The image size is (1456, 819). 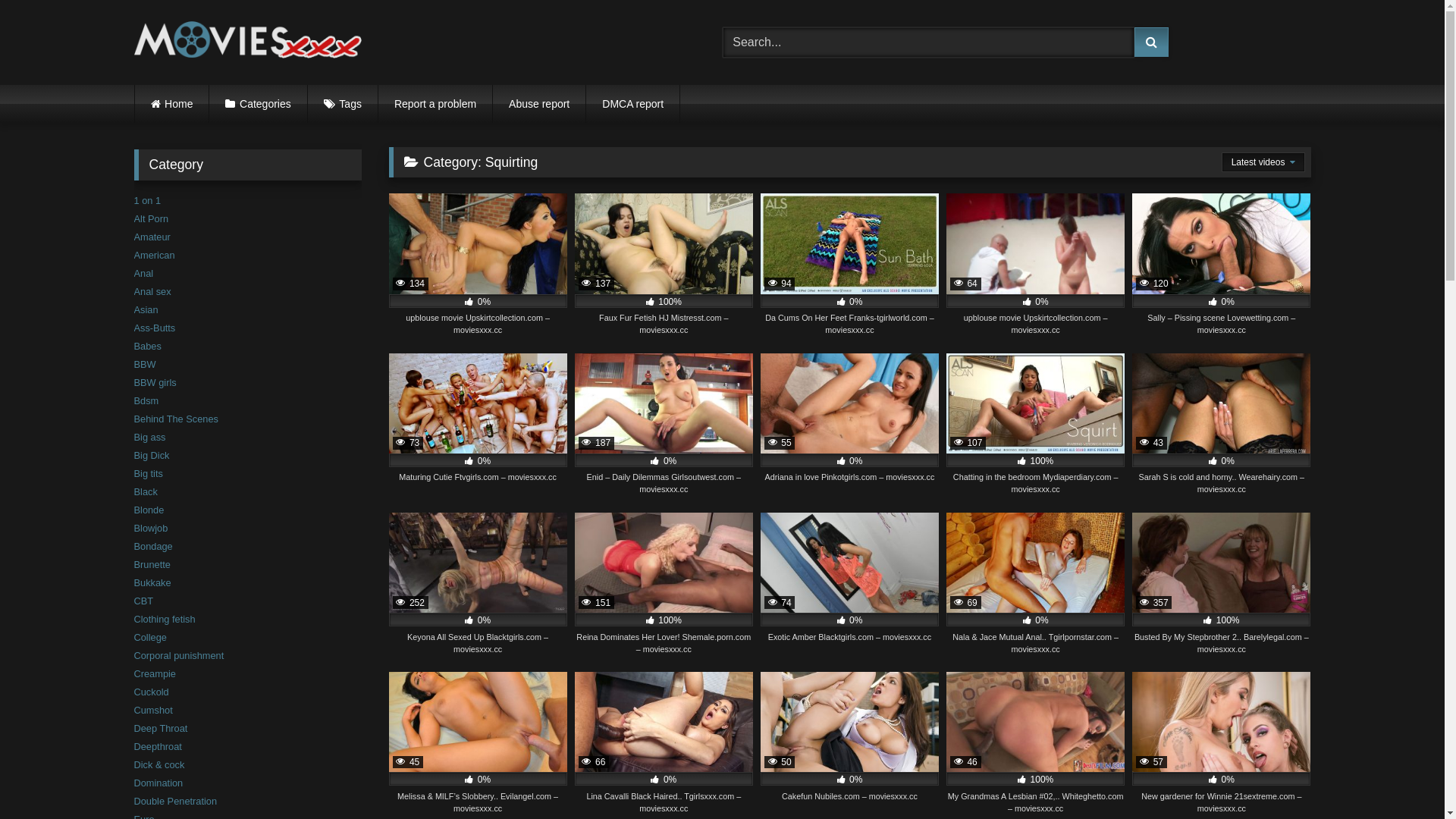 What do you see at coordinates (133, 327) in the screenshot?
I see `'Ass-Butts'` at bounding box center [133, 327].